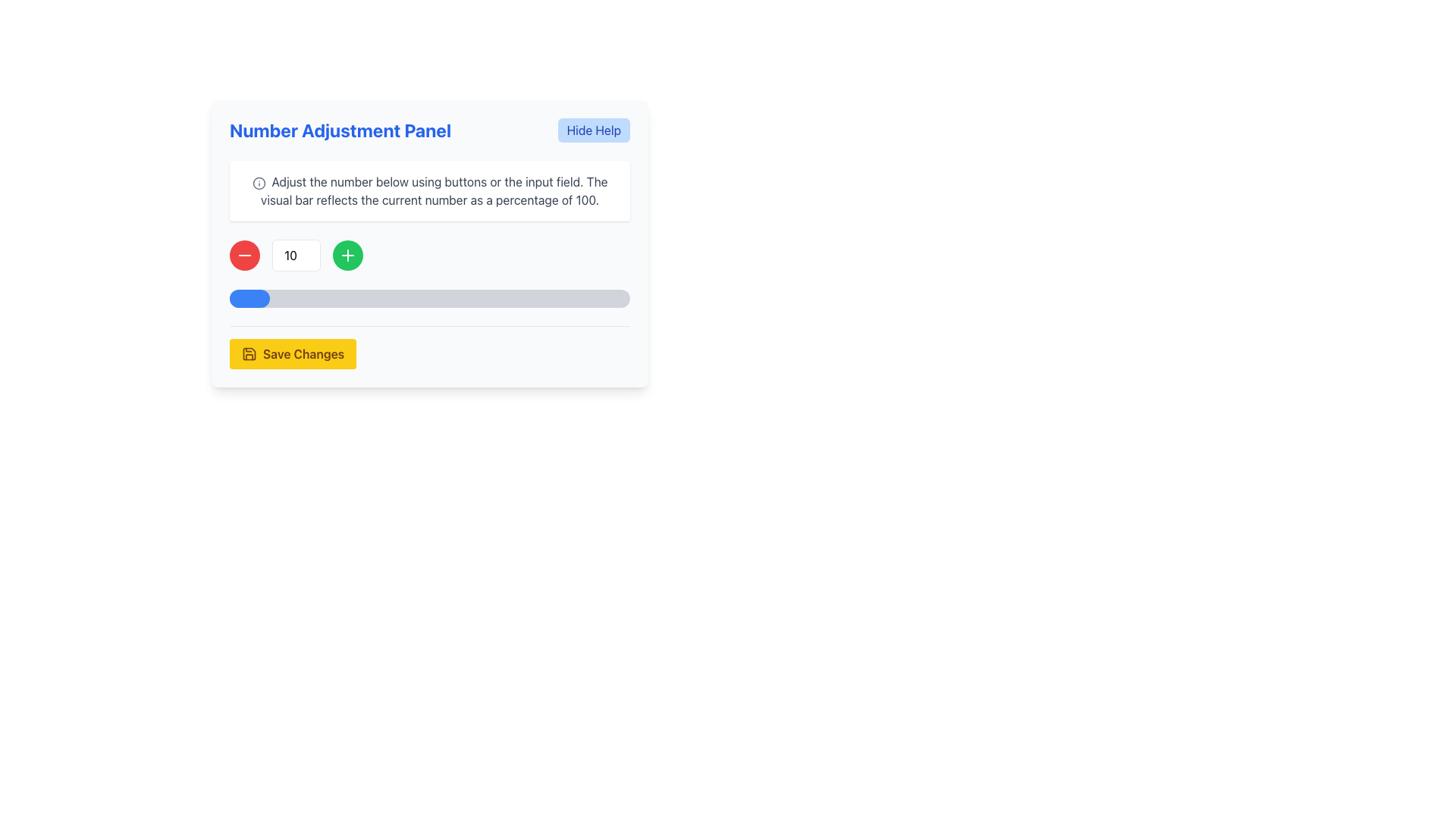 The height and width of the screenshot is (819, 1456). I want to click on the button located to the right of the numeric input field (value 10), so click(347, 254).